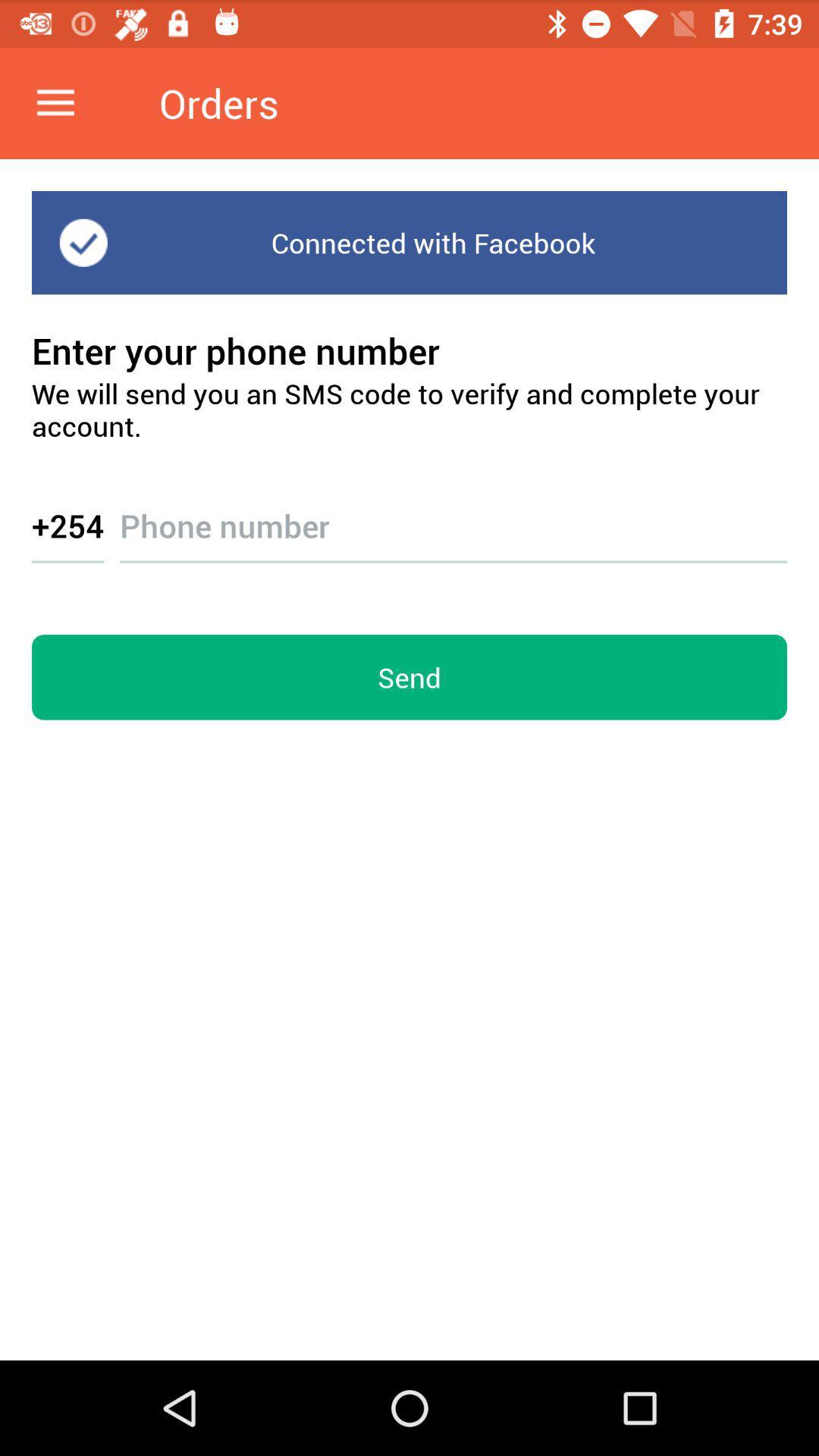 The height and width of the screenshot is (1456, 819). Describe the element at coordinates (67, 525) in the screenshot. I see `the item above send` at that location.